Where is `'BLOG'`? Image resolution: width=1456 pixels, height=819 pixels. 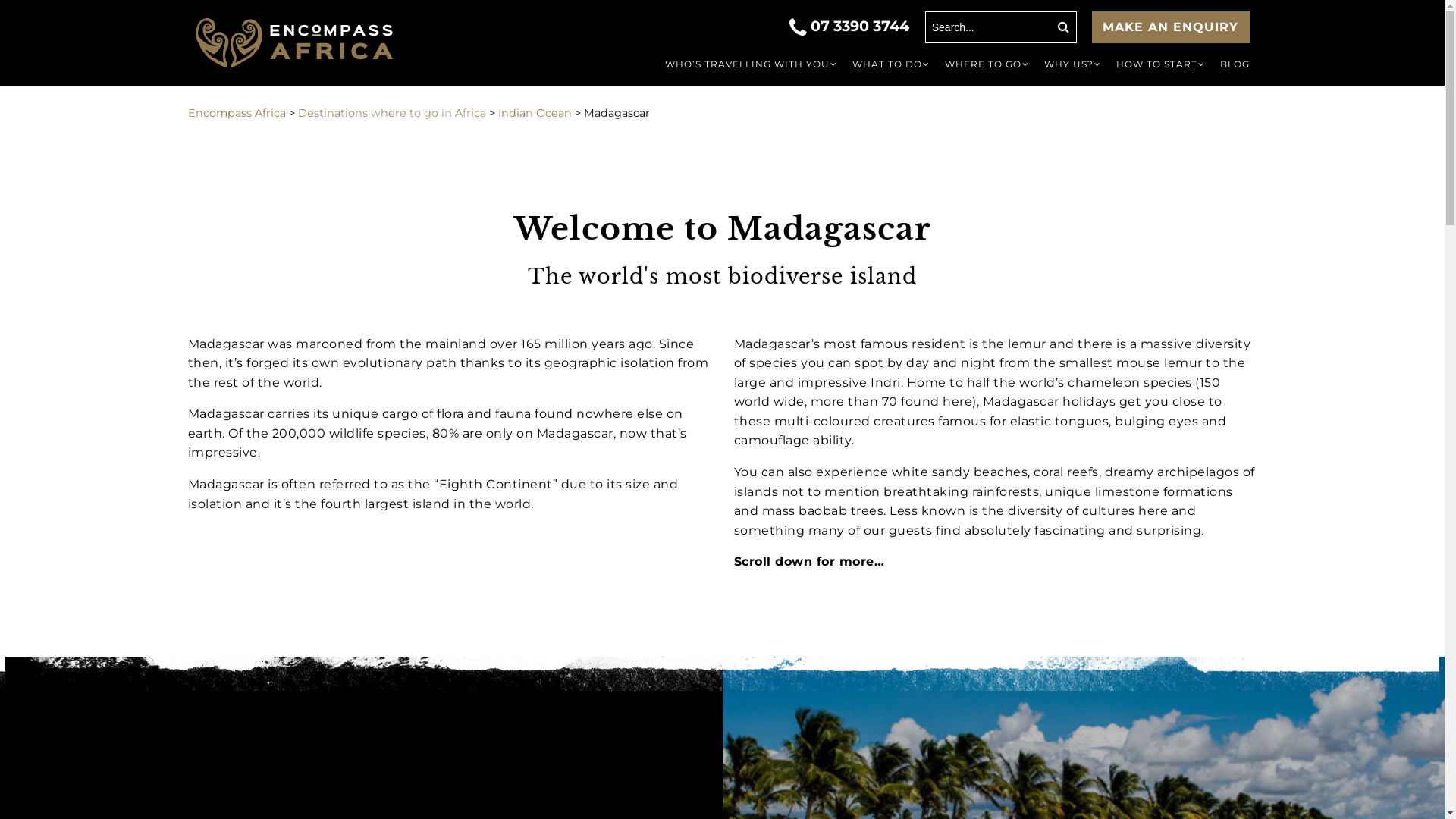
'BLOG' is located at coordinates (1234, 63).